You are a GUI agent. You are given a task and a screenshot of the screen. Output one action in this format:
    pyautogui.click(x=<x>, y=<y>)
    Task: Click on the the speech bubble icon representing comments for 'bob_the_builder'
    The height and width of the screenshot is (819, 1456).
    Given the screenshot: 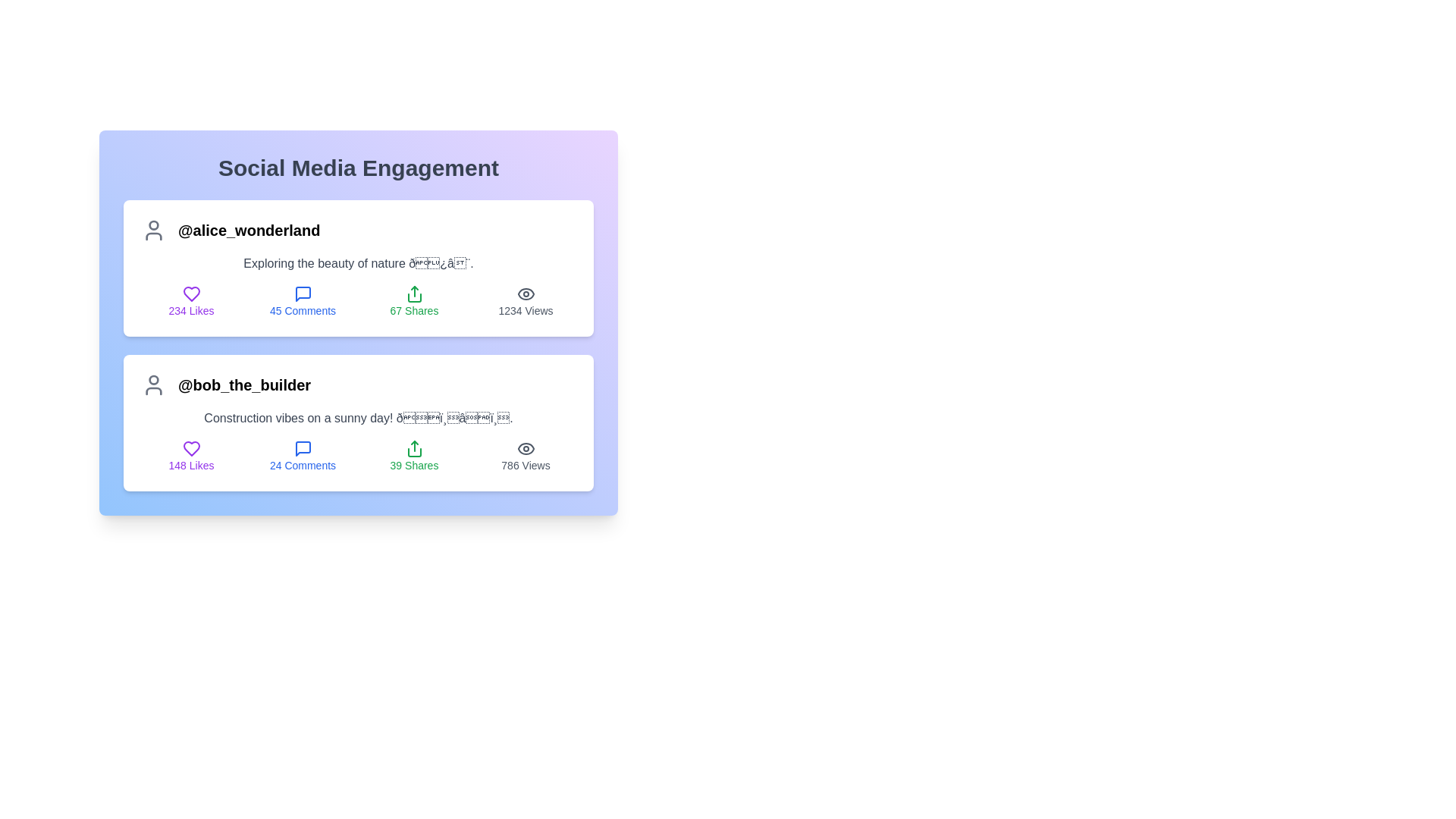 What is the action you would take?
    pyautogui.click(x=303, y=447)
    